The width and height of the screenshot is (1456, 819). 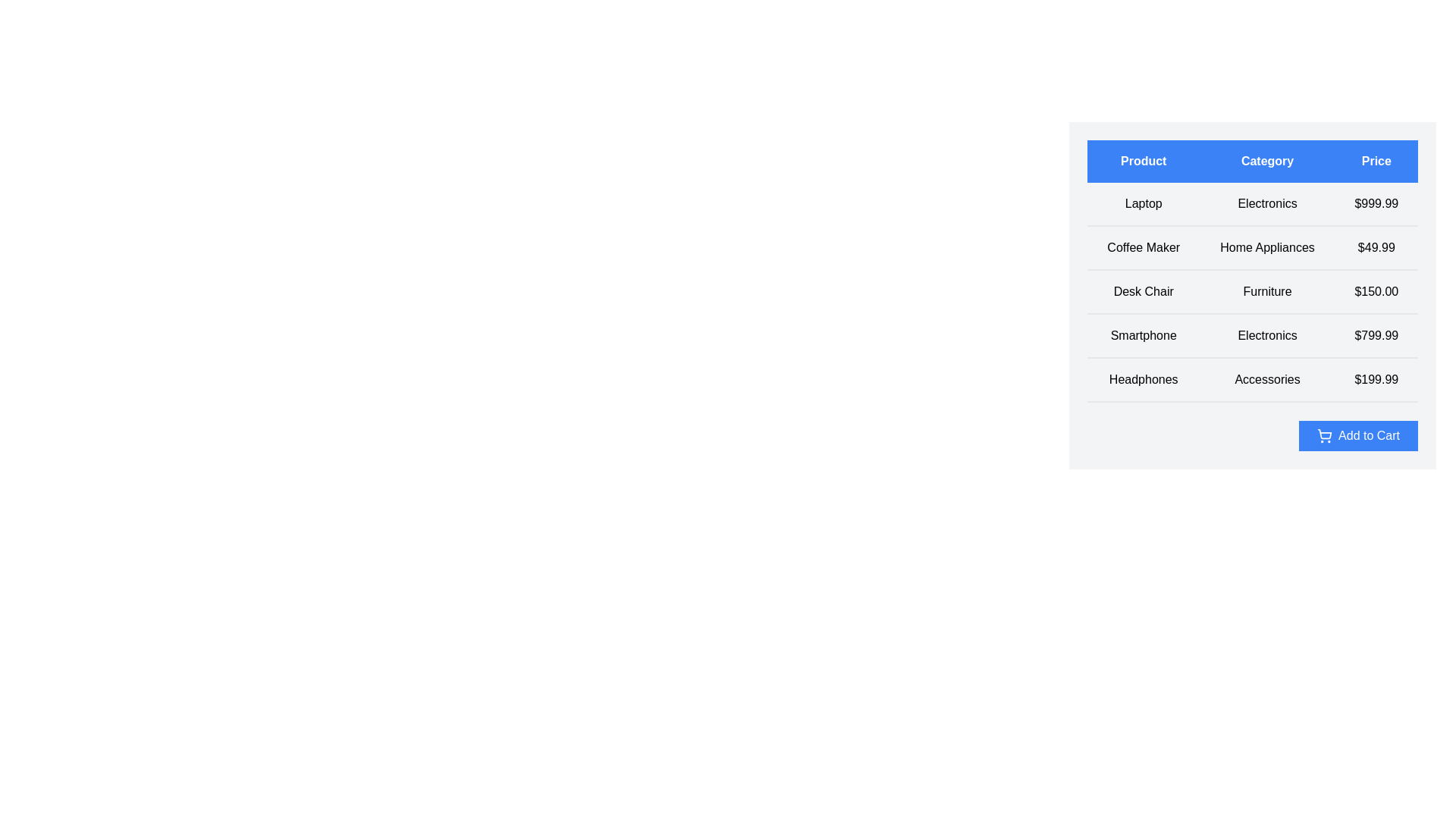 What do you see at coordinates (1144, 335) in the screenshot?
I see `text displayed in the Text label that contains 'Smartphone', which is located in the leftmost column of the fourth row of a grid displaying products` at bounding box center [1144, 335].